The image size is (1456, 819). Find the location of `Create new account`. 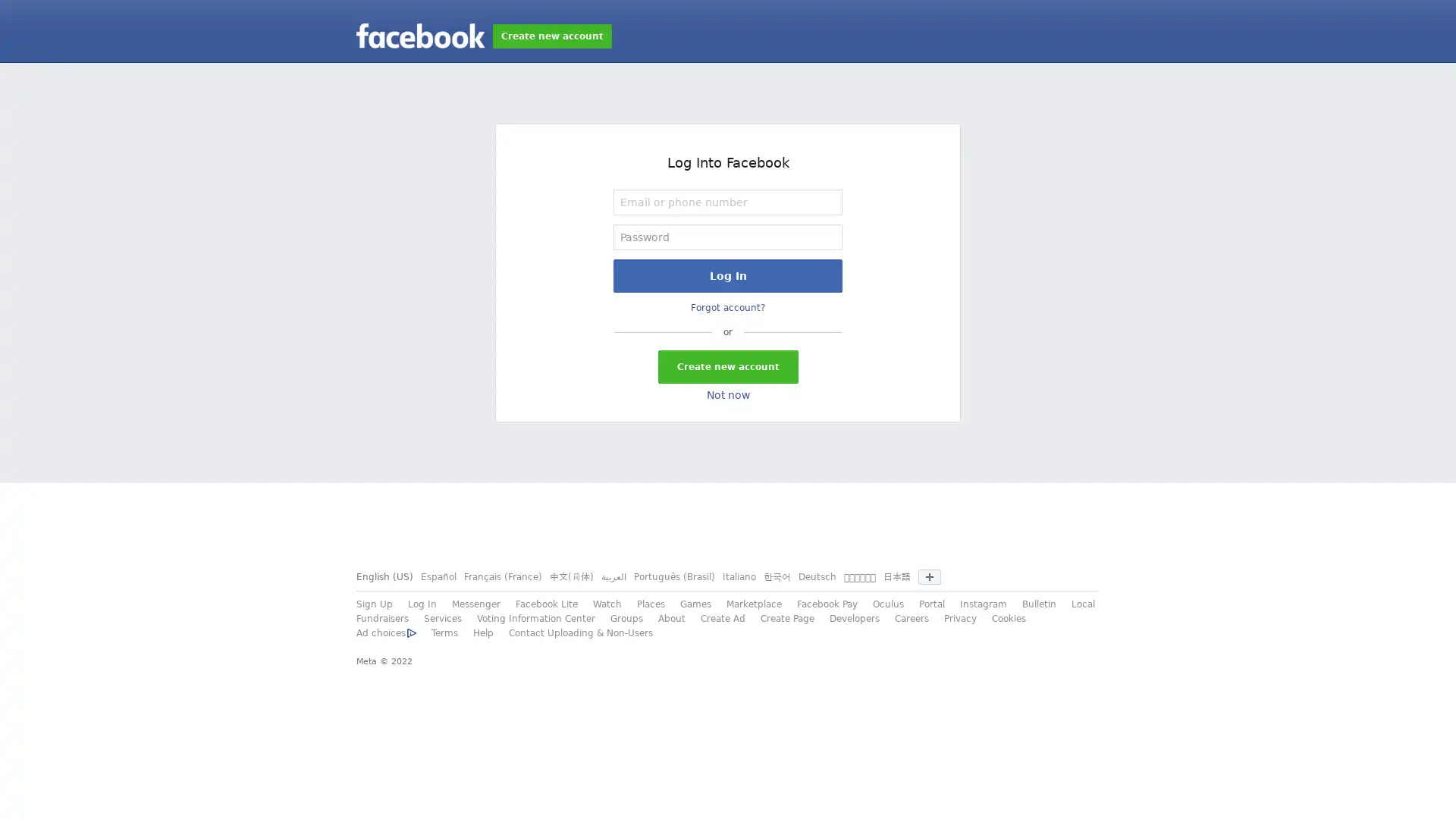

Create new account is located at coordinates (726, 366).